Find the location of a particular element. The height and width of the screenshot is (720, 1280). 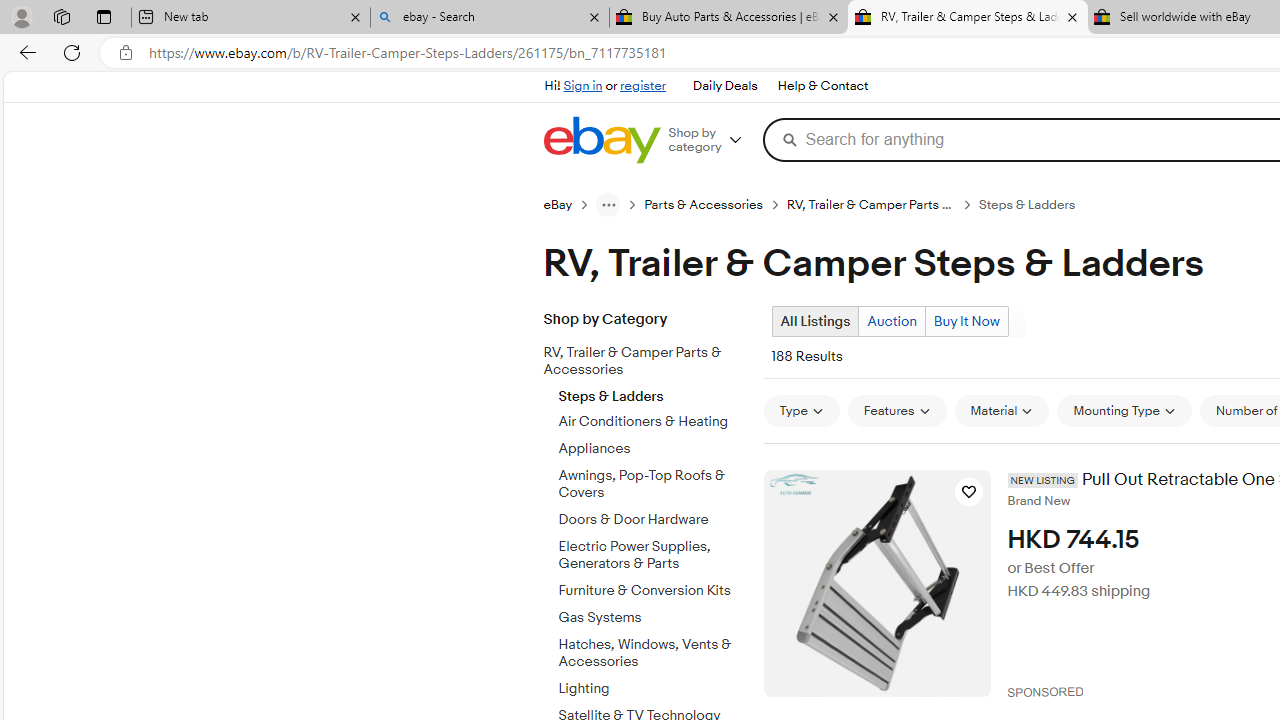

'Awnings, Pop-Top Roofs & Covers' is located at coordinates (653, 481).